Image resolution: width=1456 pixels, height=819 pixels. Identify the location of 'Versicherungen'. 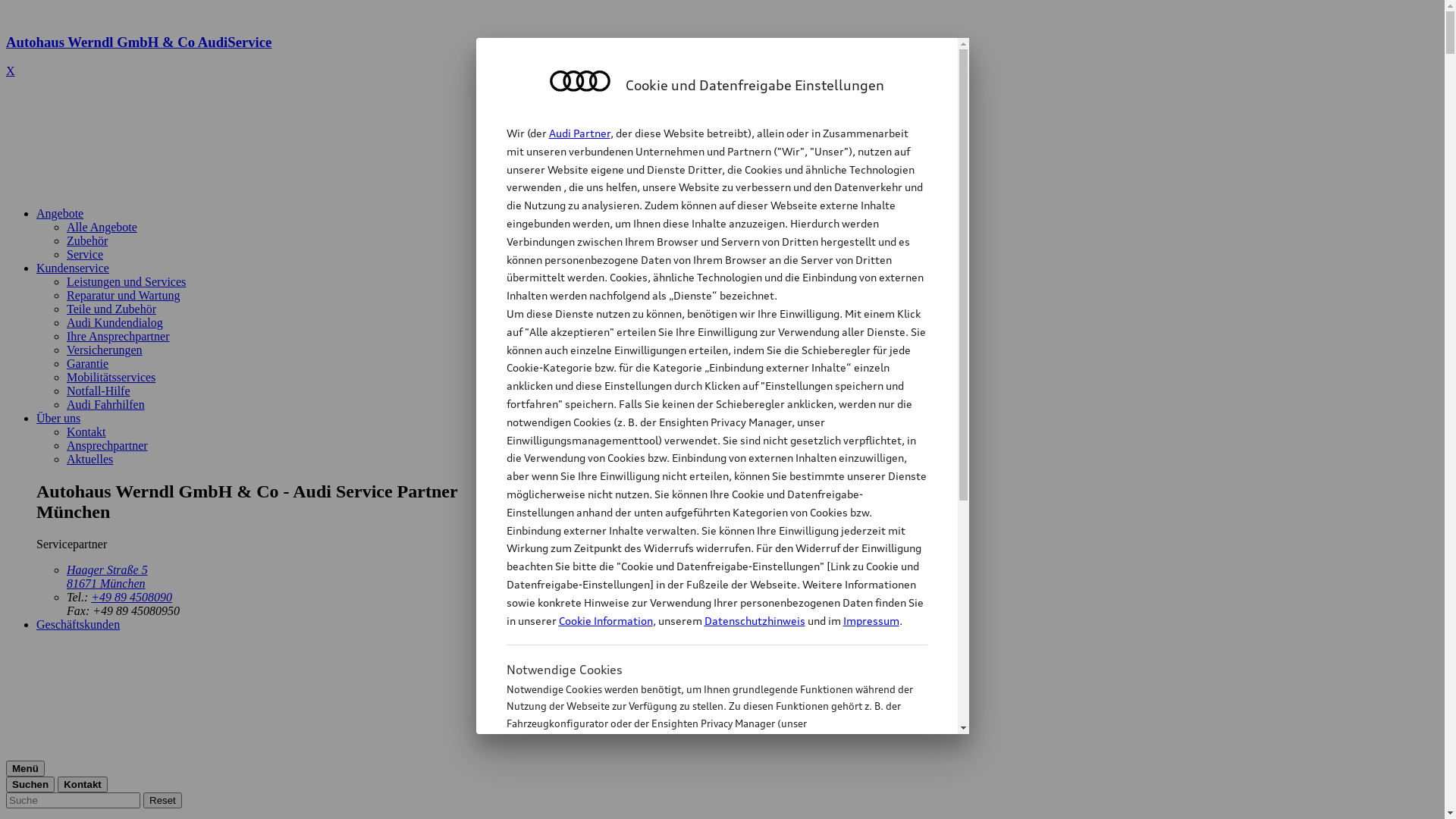
(65, 350).